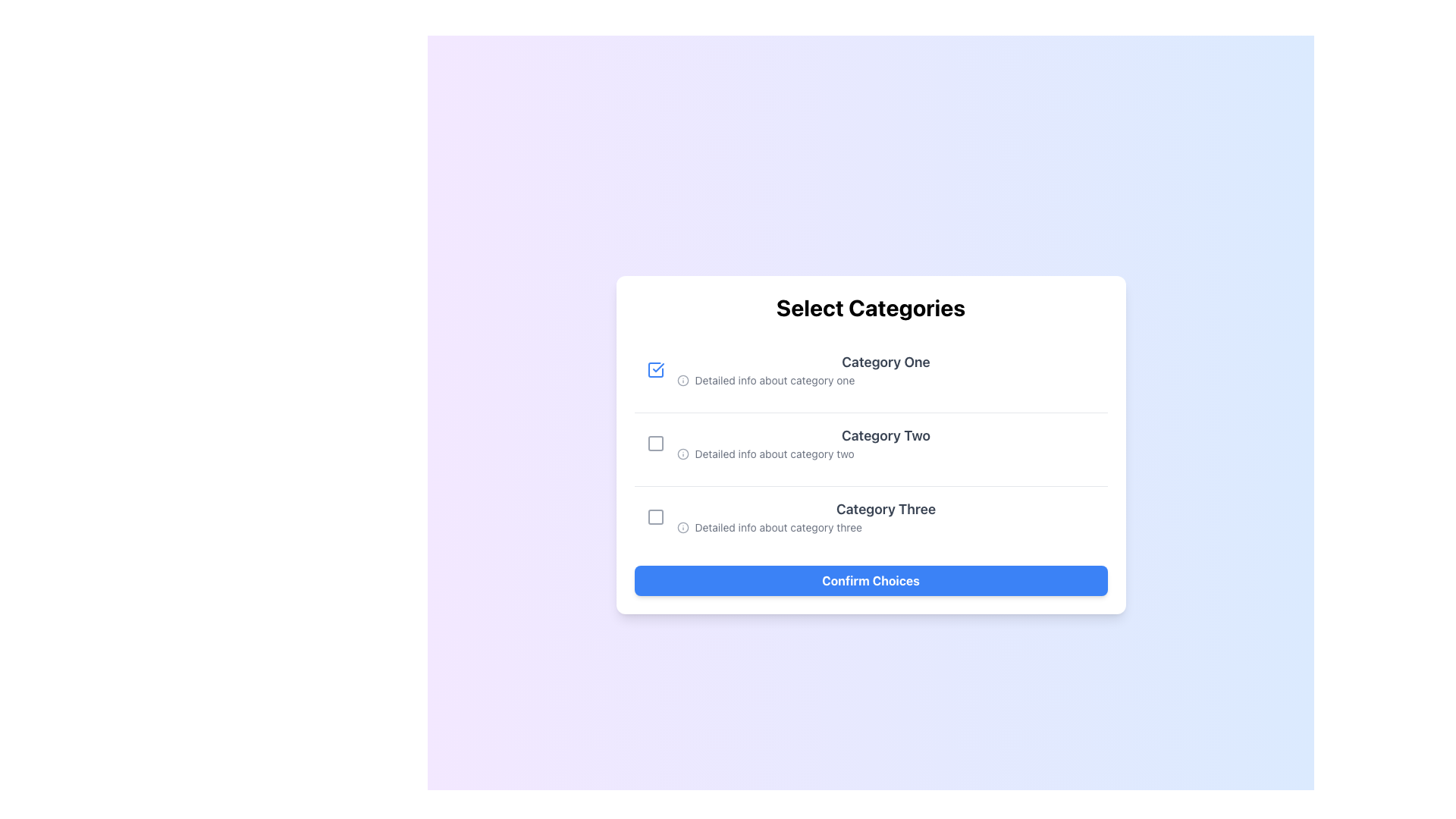 The image size is (1456, 819). What do you see at coordinates (682, 526) in the screenshot?
I see `the information icon located in front of the text 'Detailed info about category three' within the 'Category Three' section by moving the cursor to its center point` at bounding box center [682, 526].